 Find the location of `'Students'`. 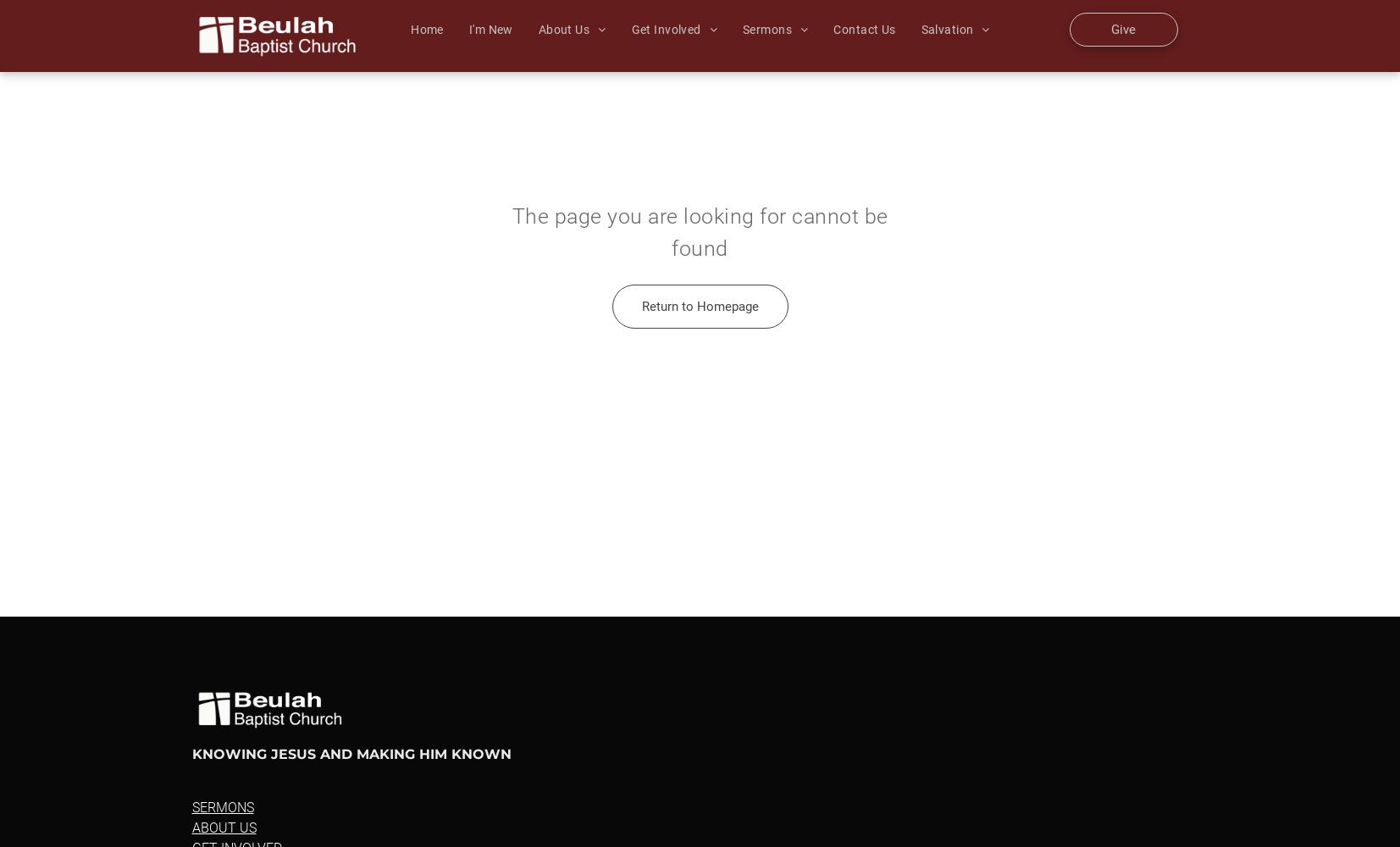

'Students' is located at coordinates (669, 133).